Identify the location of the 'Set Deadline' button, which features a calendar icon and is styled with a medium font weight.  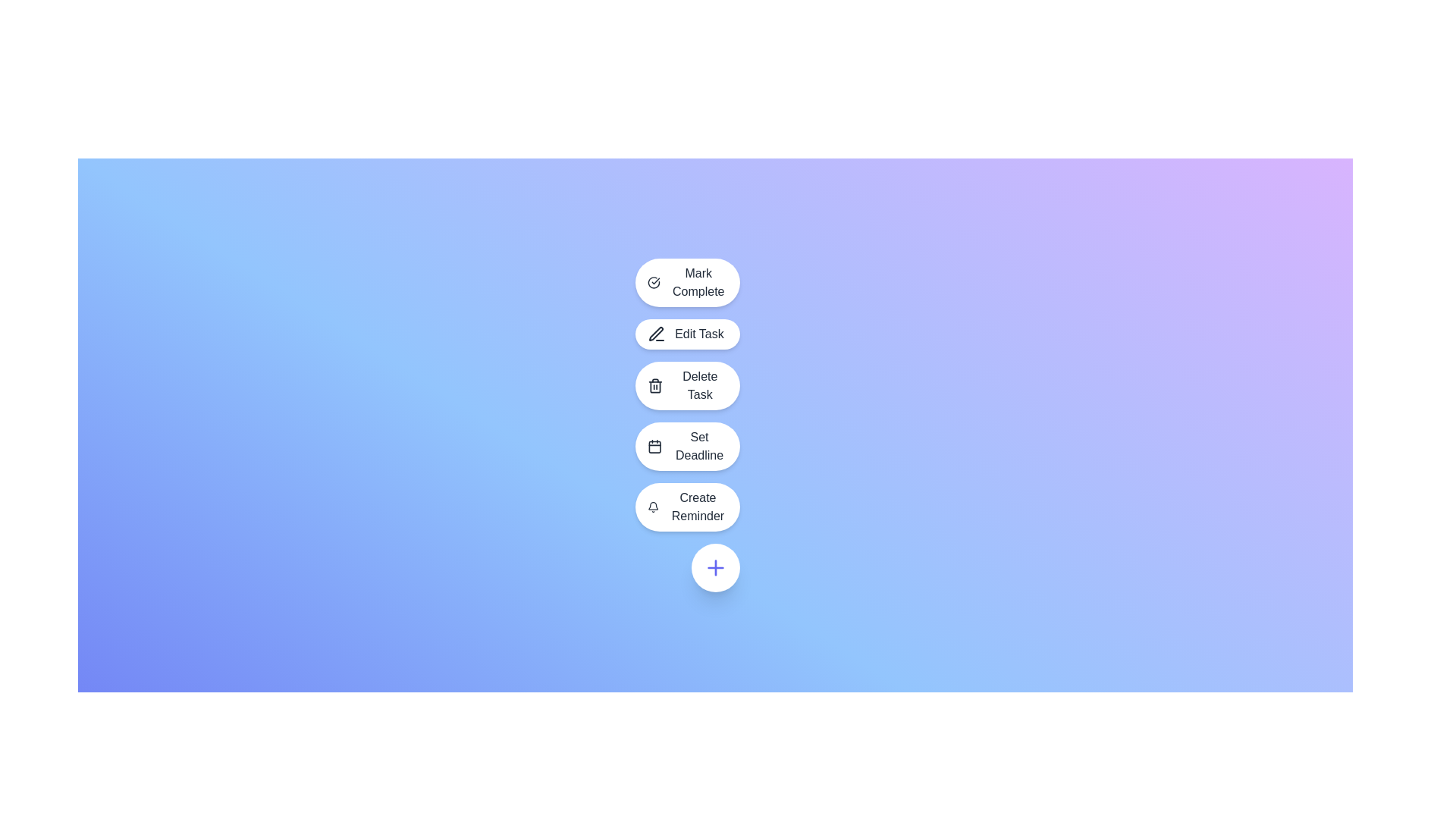
(698, 446).